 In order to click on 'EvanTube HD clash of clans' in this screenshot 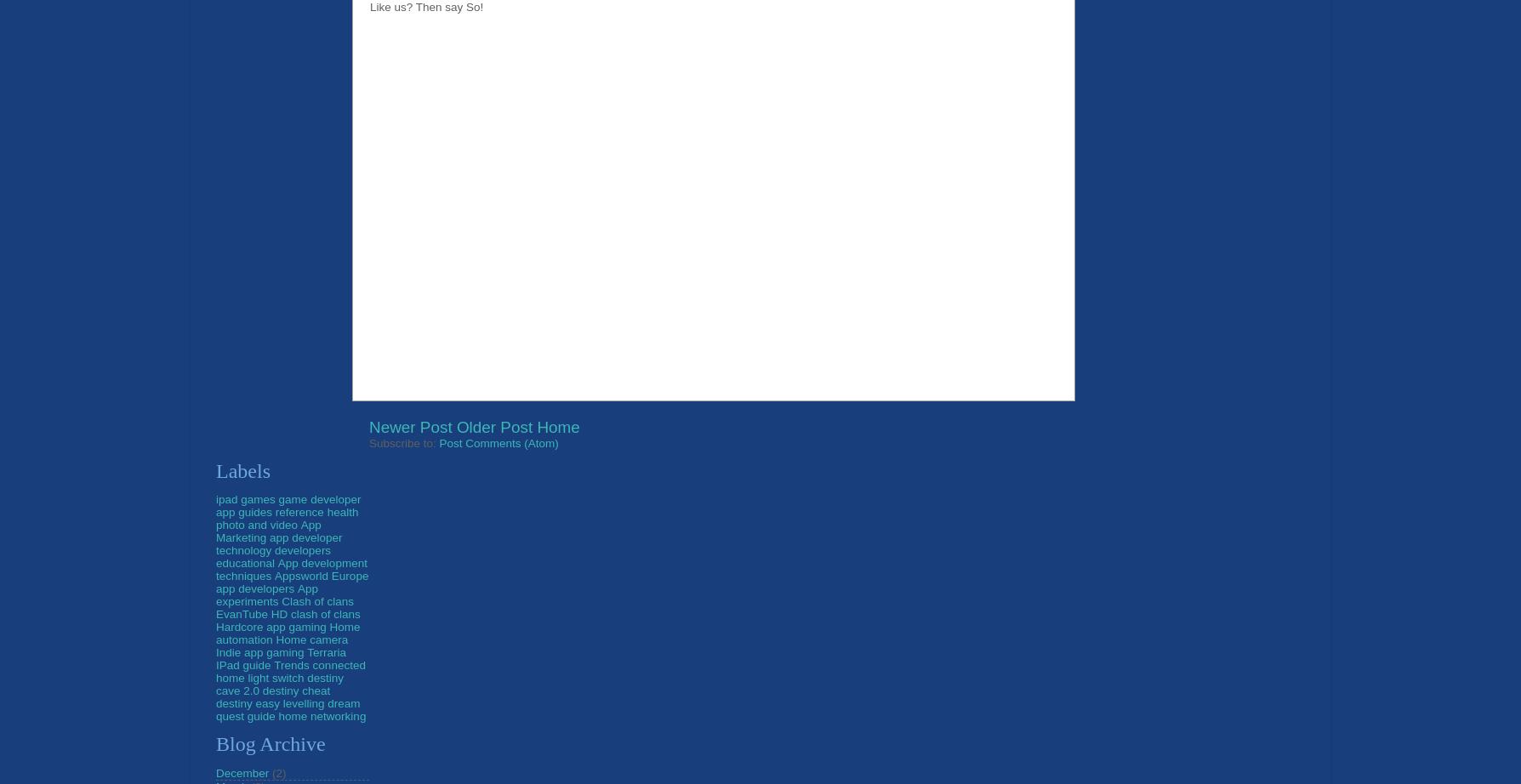, I will do `click(287, 612)`.